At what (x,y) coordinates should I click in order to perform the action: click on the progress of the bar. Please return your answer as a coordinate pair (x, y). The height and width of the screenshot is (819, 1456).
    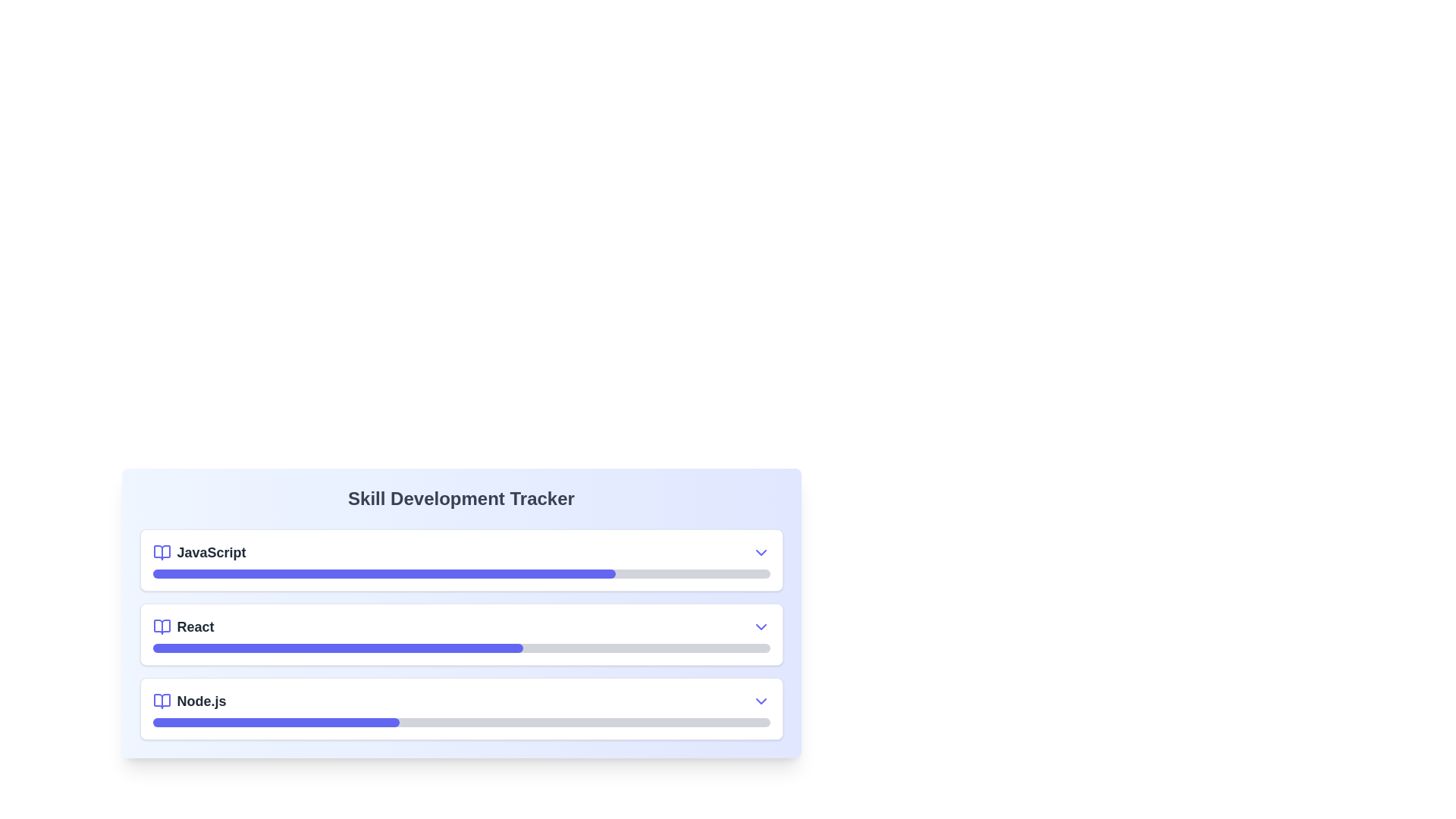
    Looking at the image, I should click on (658, 648).